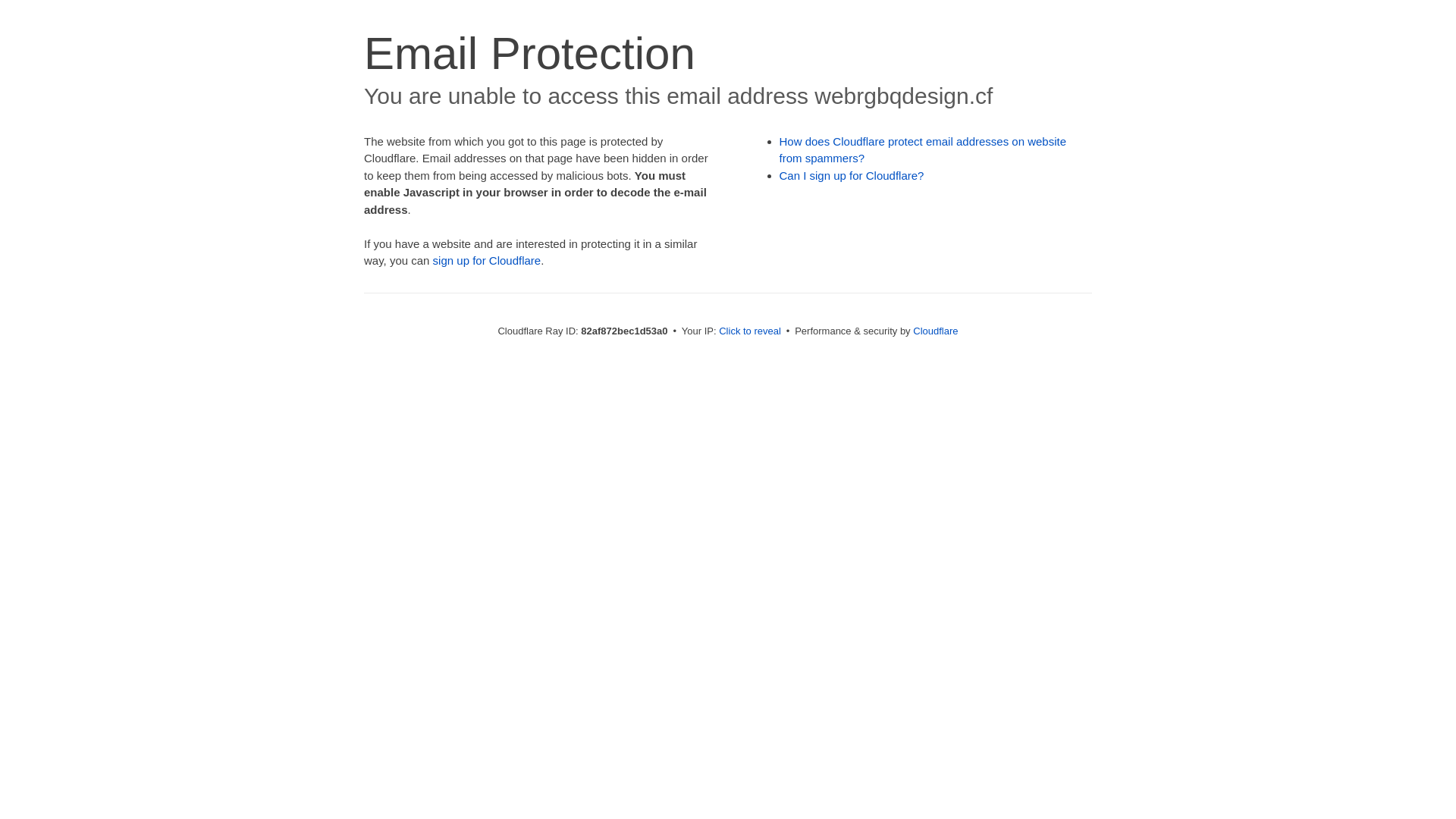 The width and height of the screenshot is (1456, 819). Describe the element at coordinates (749, 330) in the screenshot. I see `'Click to reveal'` at that location.